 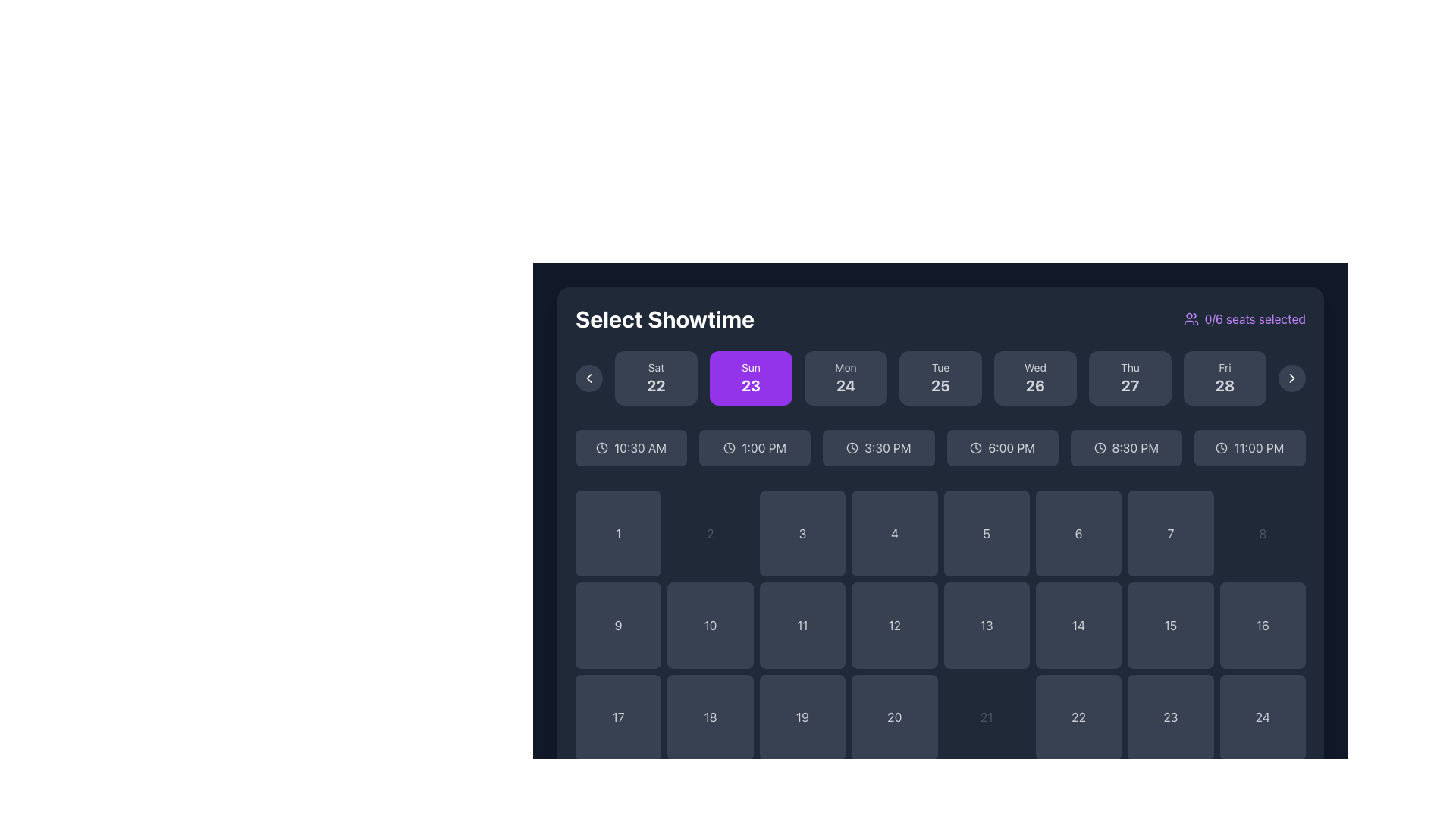 What do you see at coordinates (631, 447) in the screenshot?
I see `the first time selection button with a dark gray background, clock icon, and text '10:30 AM'` at bounding box center [631, 447].